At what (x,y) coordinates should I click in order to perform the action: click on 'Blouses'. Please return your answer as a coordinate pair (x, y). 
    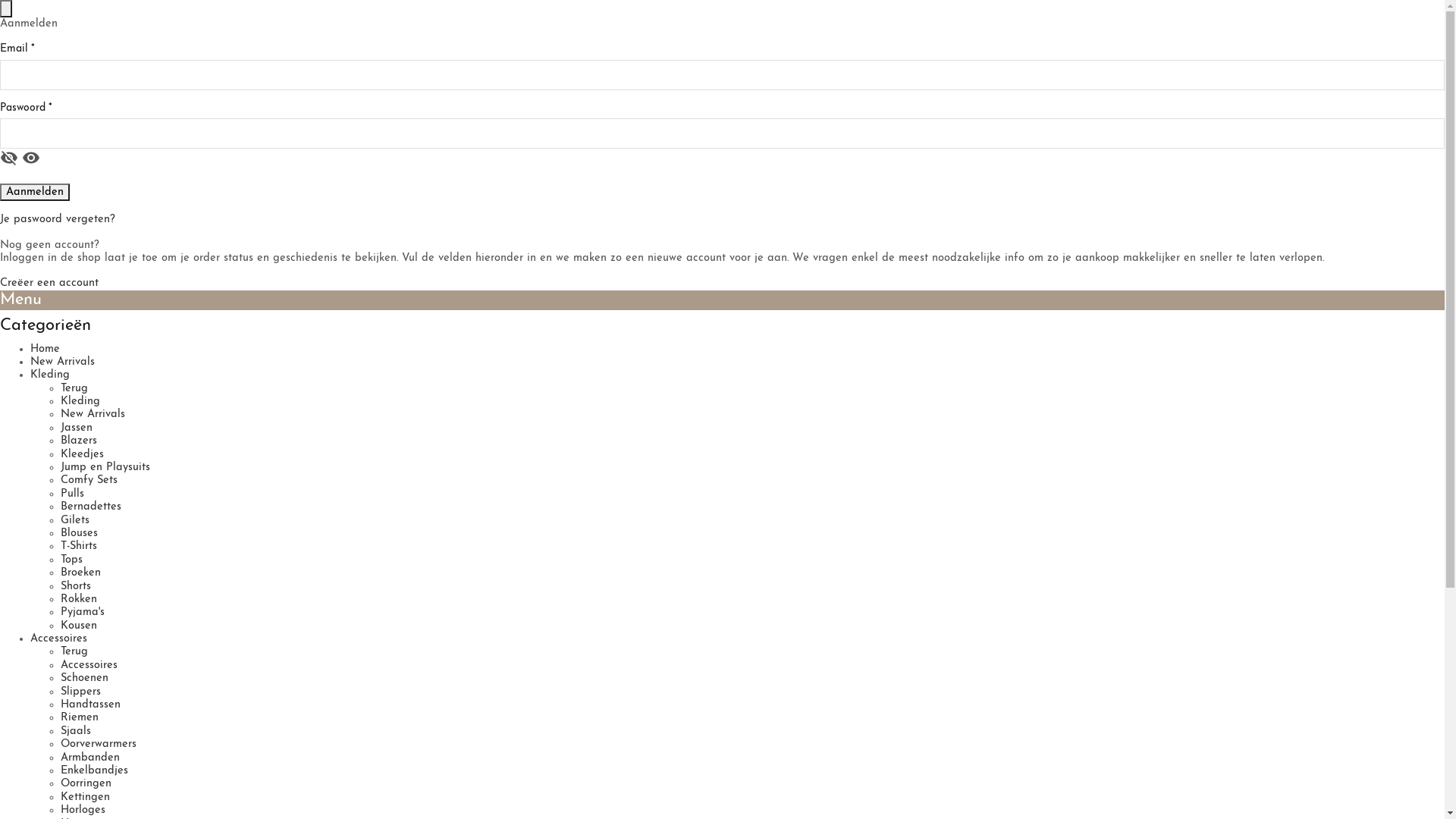
    Looking at the image, I should click on (78, 532).